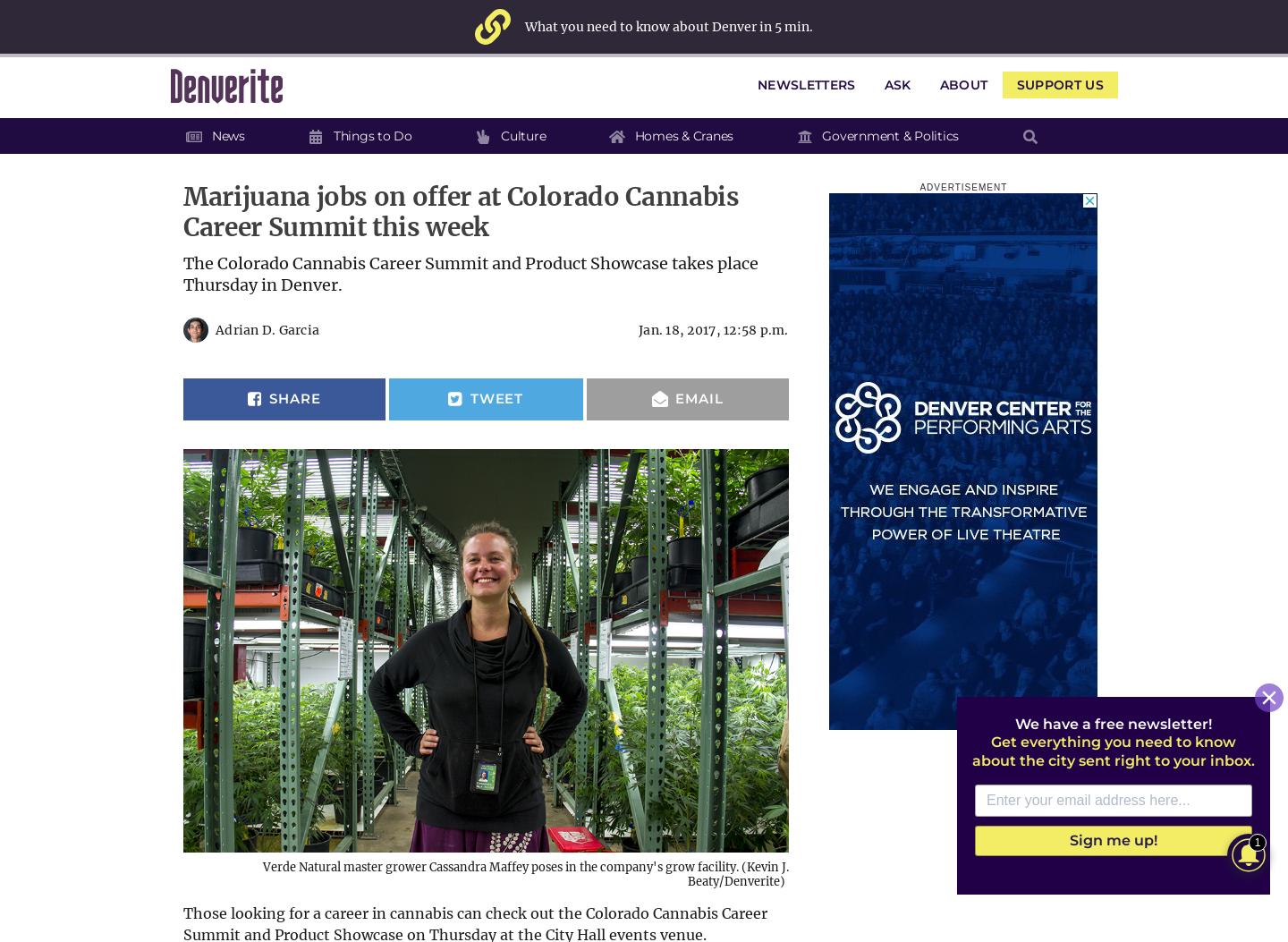  Describe the element at coordinates (183, 211) in the screenshot. I see `'Marijuana jobs on offer at Colorado Cannabis Career Summit this week'` at that location.